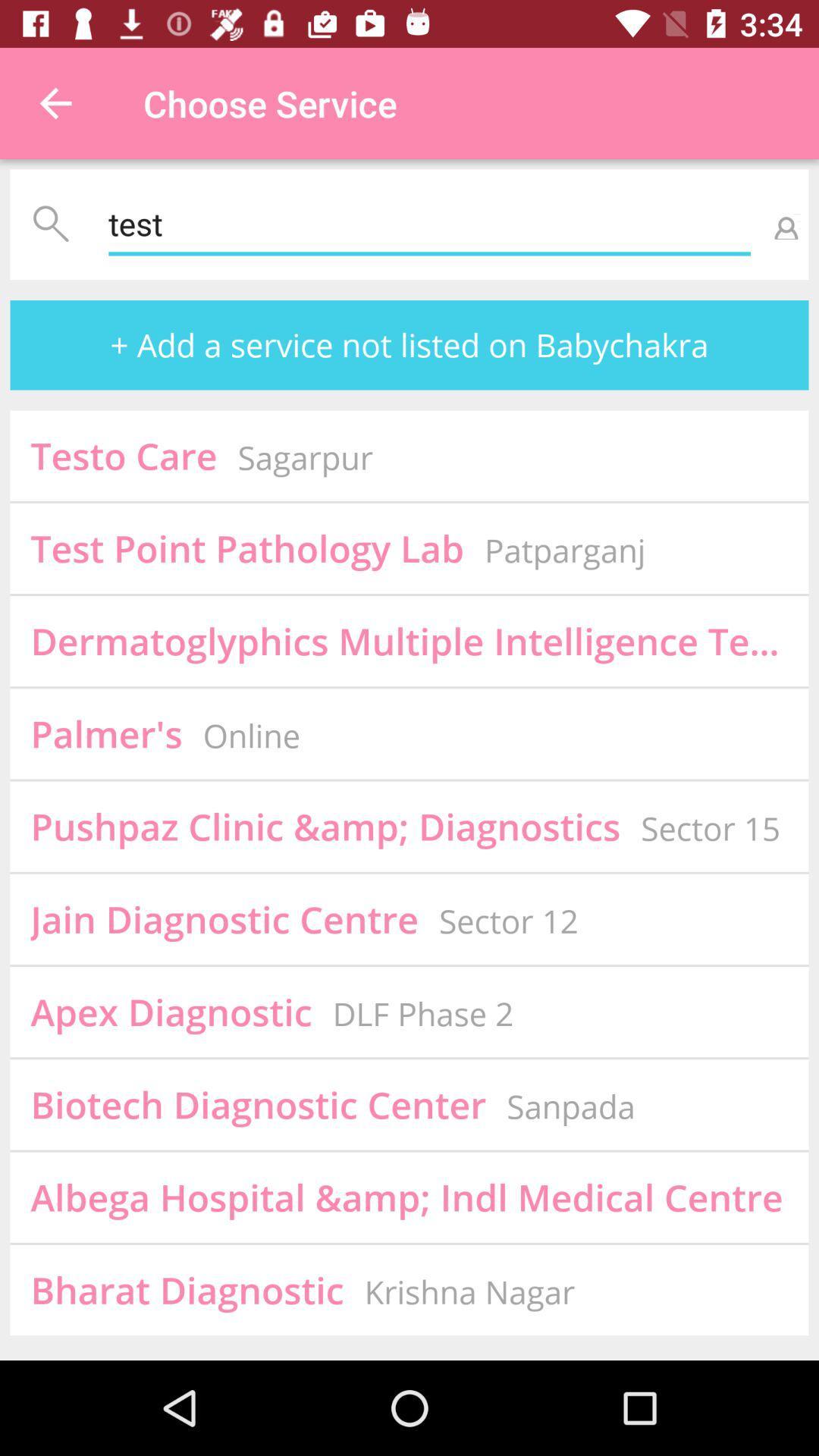 Image resolution: width=819 pixels, height=1456 pixels. I want to click on item next to sector 15, so click(325, 826).